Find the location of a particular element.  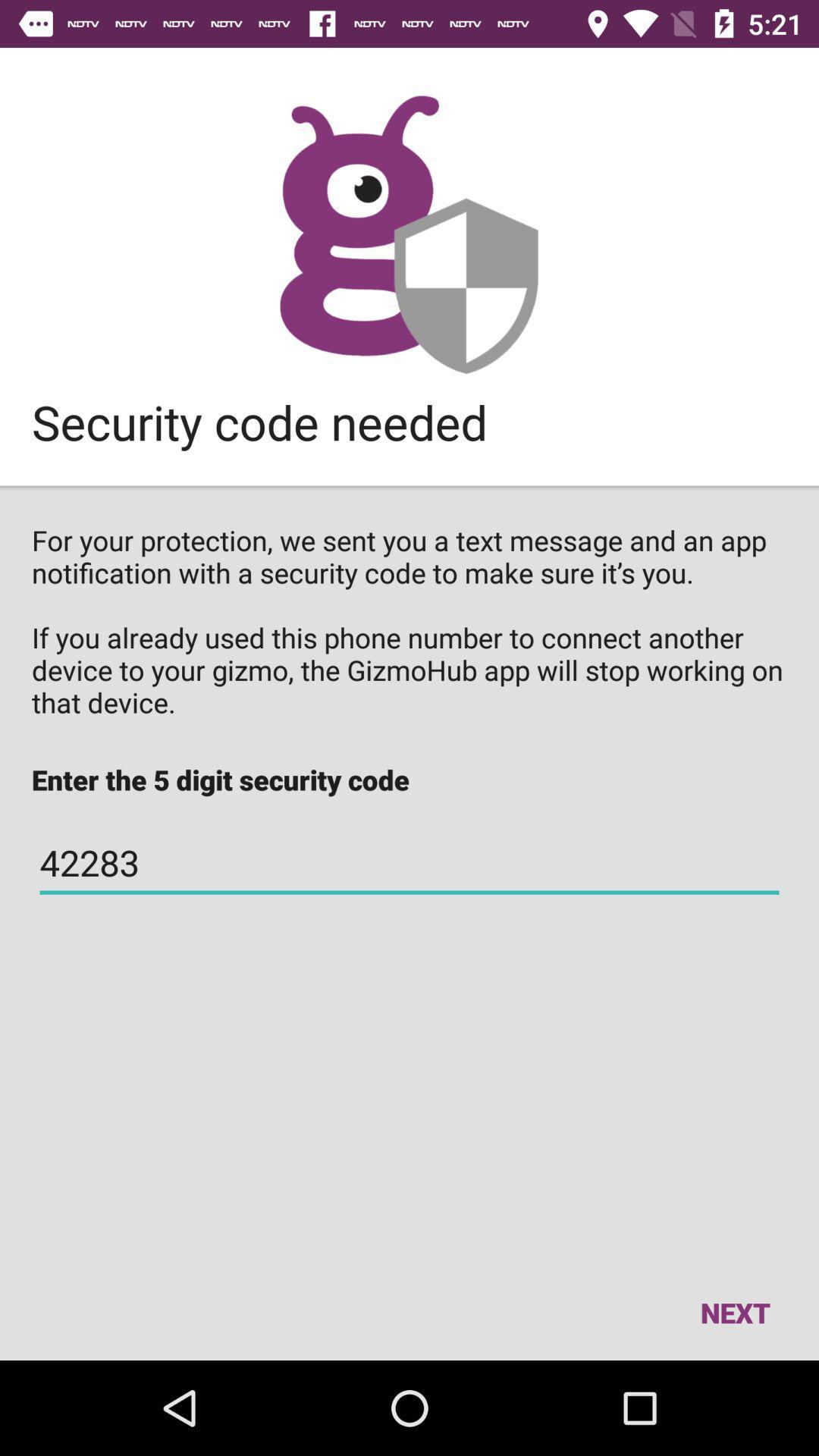

42283 is located at coordinates (409, 863).